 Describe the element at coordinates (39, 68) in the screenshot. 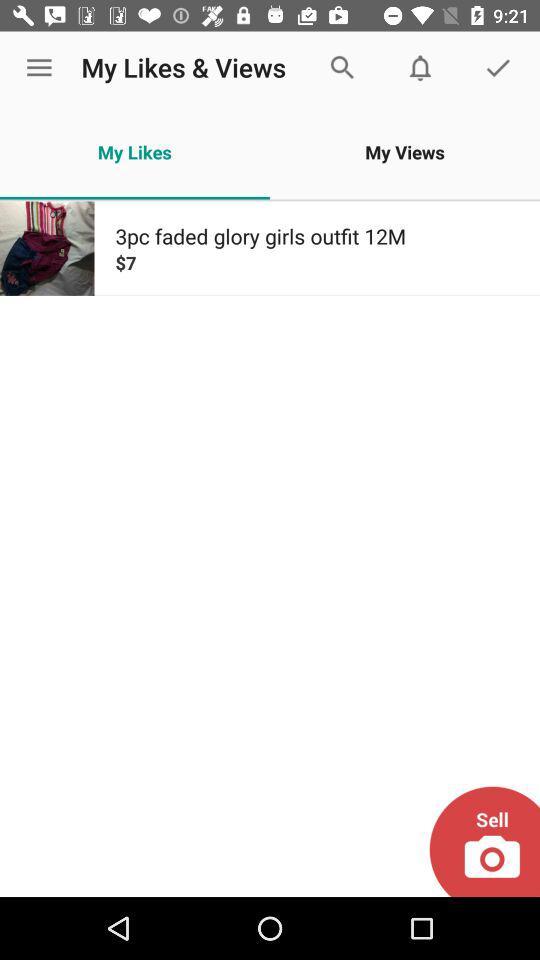

I see `the icon next to my likes & views app` at that location.